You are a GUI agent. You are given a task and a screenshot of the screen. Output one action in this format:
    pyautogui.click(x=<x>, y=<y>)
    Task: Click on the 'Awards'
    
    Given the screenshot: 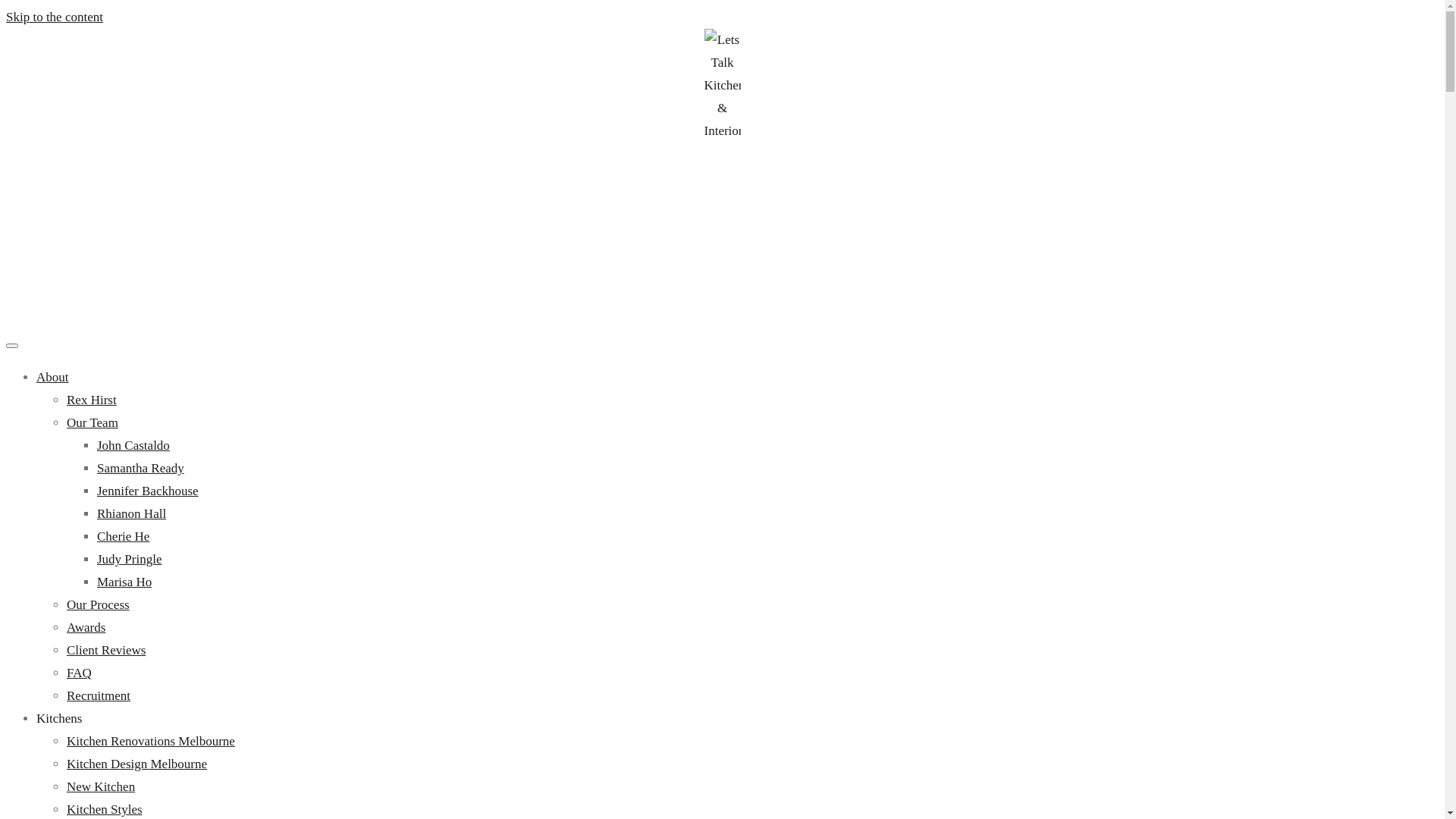 What is the action you would take?
    pyautogui.click(x=85, y=627)
    